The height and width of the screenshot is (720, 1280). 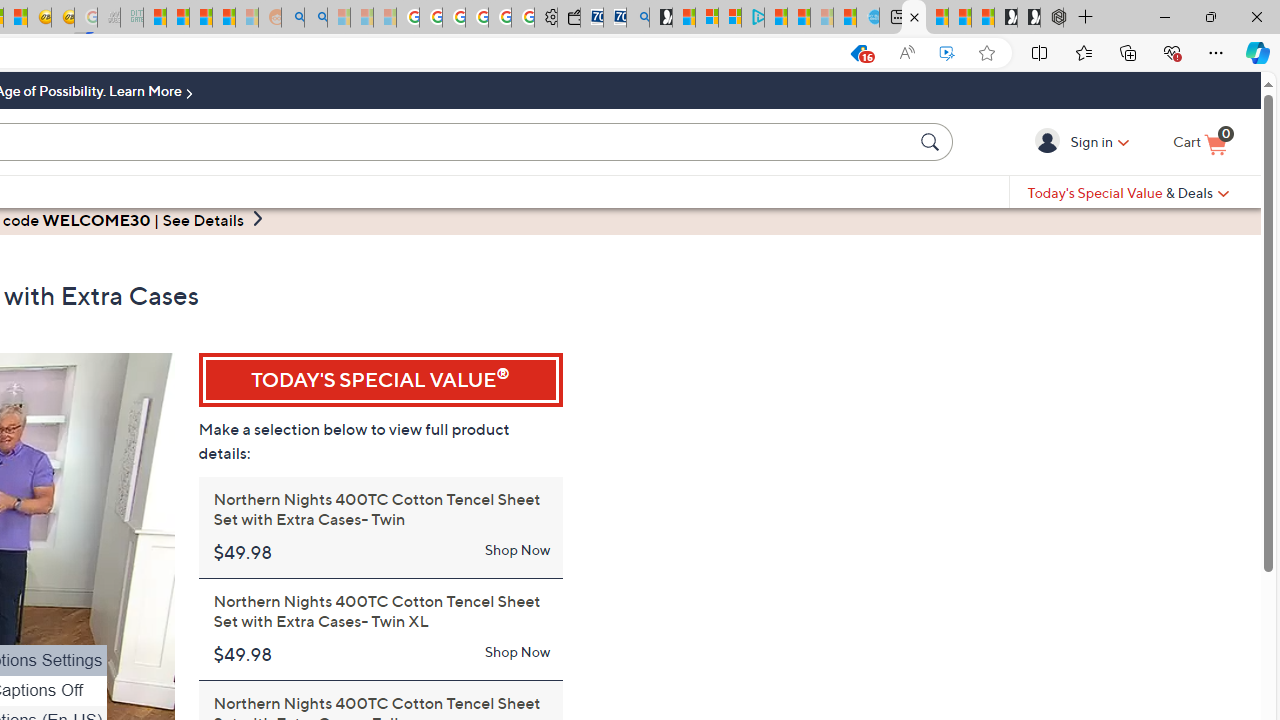 What do you see at coordinates (1128, 192) in the screenshot?
I see `'Today'` at bounding box center [1128, 192].